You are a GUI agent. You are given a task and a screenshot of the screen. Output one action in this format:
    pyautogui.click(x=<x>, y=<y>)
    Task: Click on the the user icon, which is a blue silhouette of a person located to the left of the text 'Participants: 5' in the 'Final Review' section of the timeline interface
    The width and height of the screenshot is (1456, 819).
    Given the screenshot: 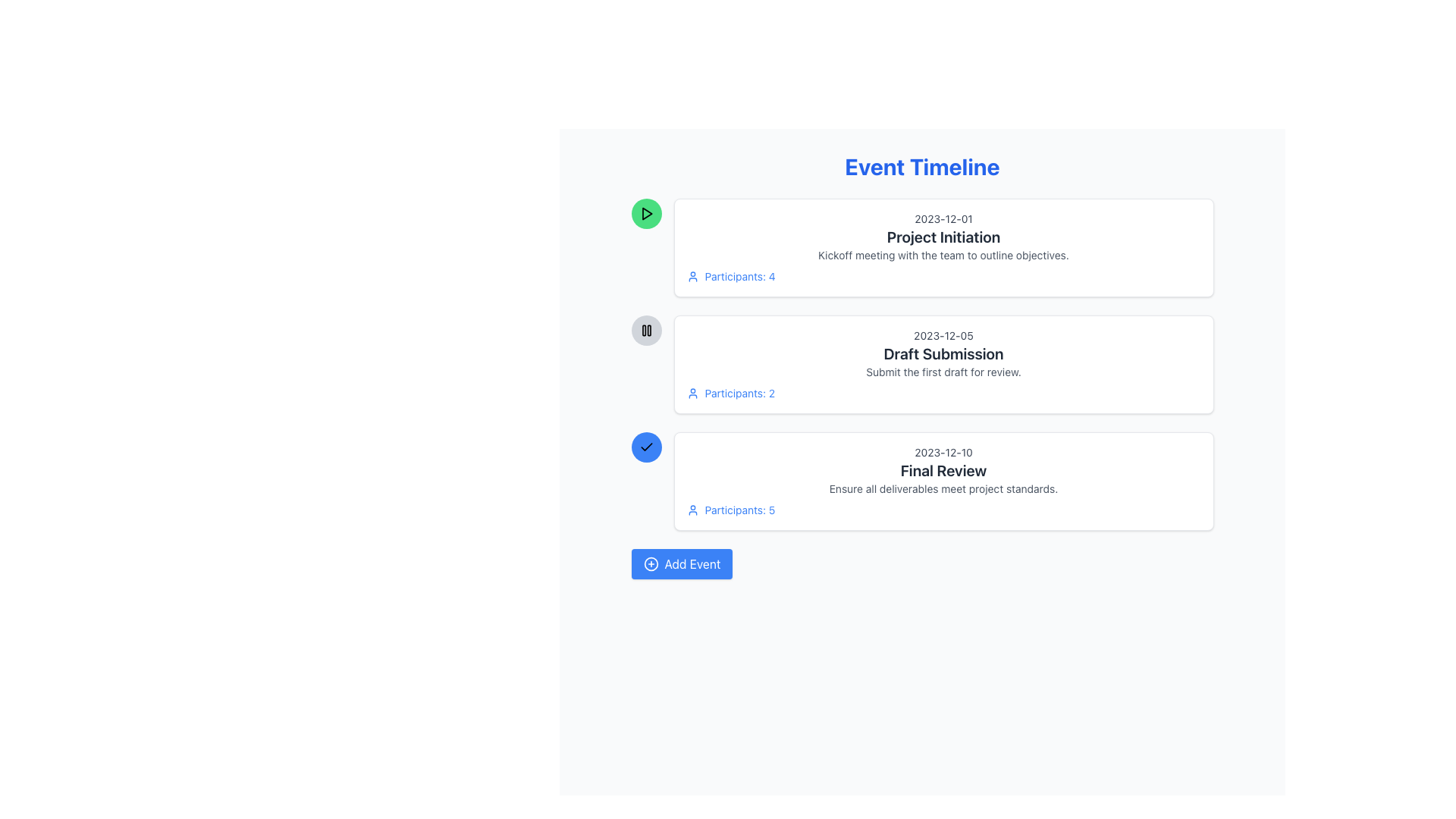 What is the action you would take?
    pyautogui.click(x=692, y=510)
    